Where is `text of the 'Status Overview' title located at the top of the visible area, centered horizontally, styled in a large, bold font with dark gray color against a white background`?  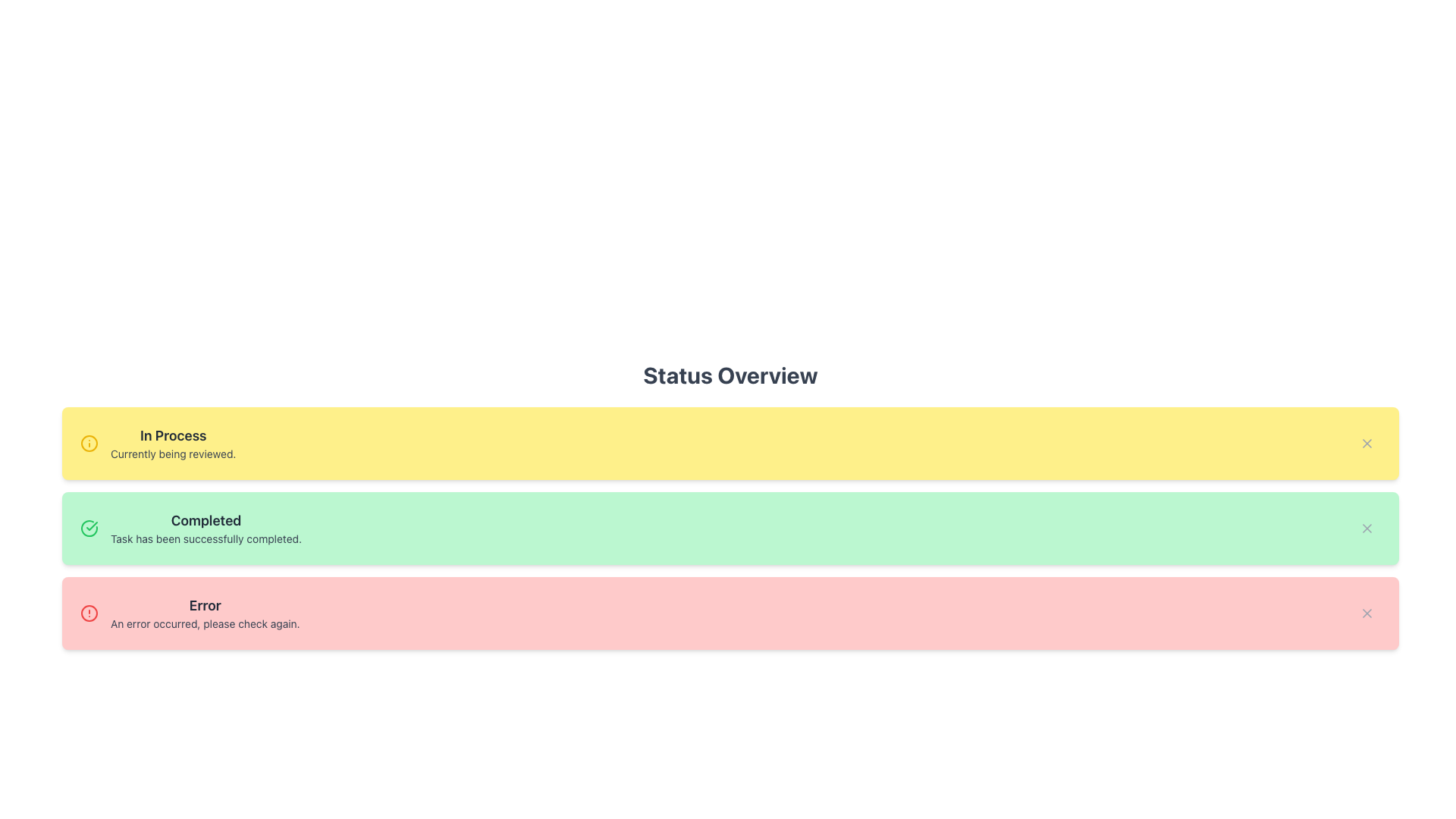
text of the 'Status Overview' title located at the top of the visible area, centered horizontally, styled in a large, bold font with dark gray color against a white background is located at coordinates (730, 375).